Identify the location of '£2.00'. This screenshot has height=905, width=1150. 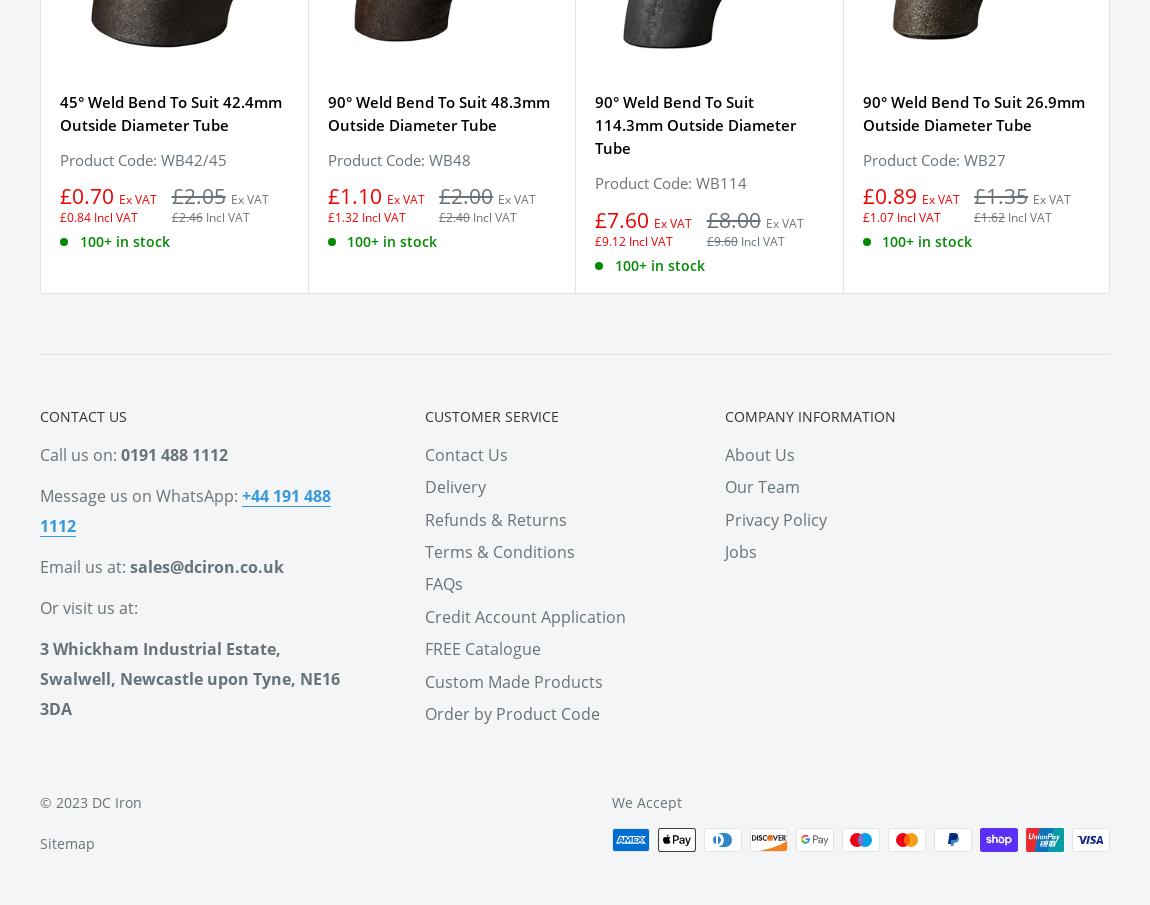
(465, 196).